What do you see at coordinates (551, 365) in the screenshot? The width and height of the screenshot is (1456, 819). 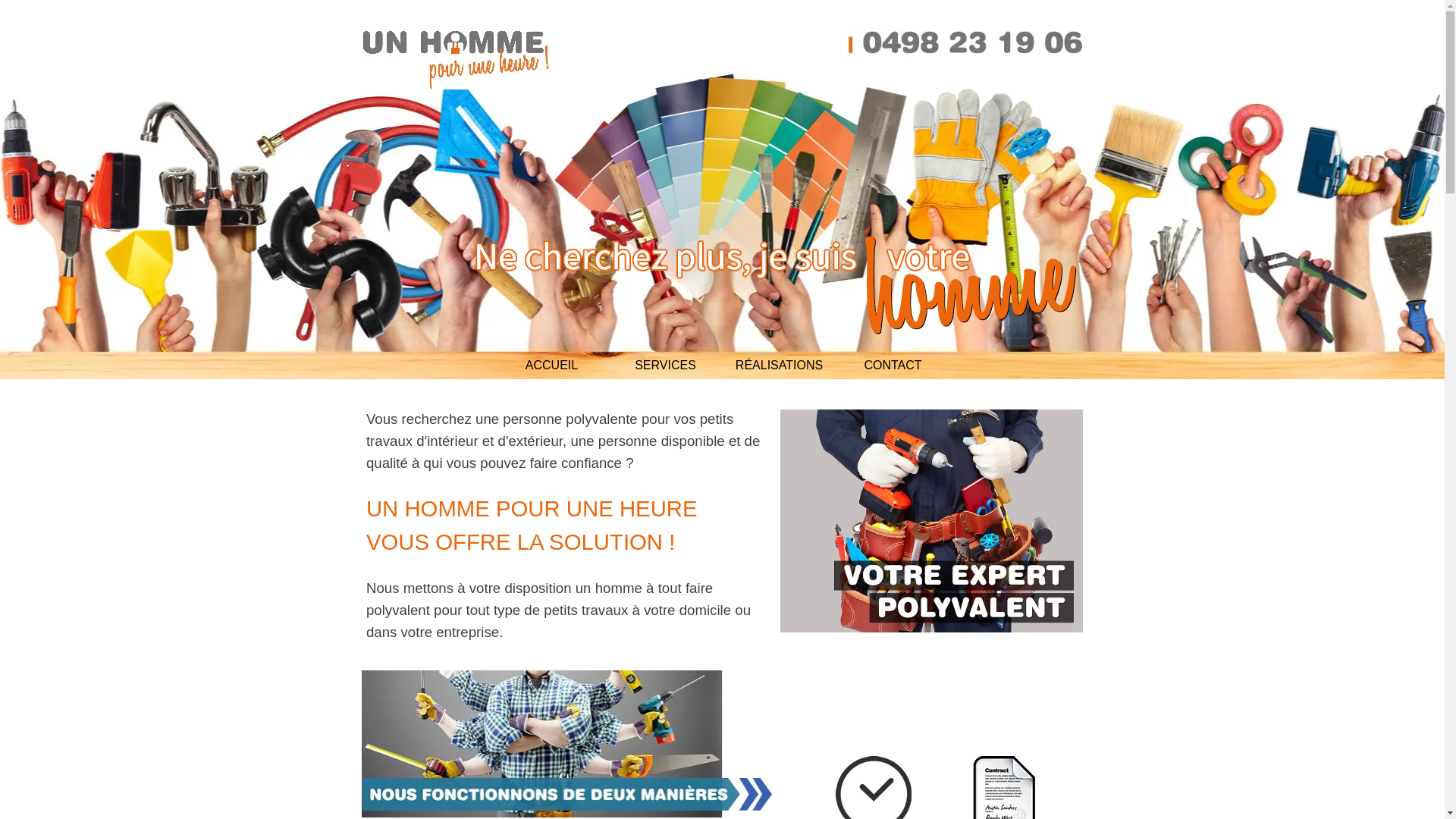 I see `'ACCUEIL'` at bounding box center [551, 365].